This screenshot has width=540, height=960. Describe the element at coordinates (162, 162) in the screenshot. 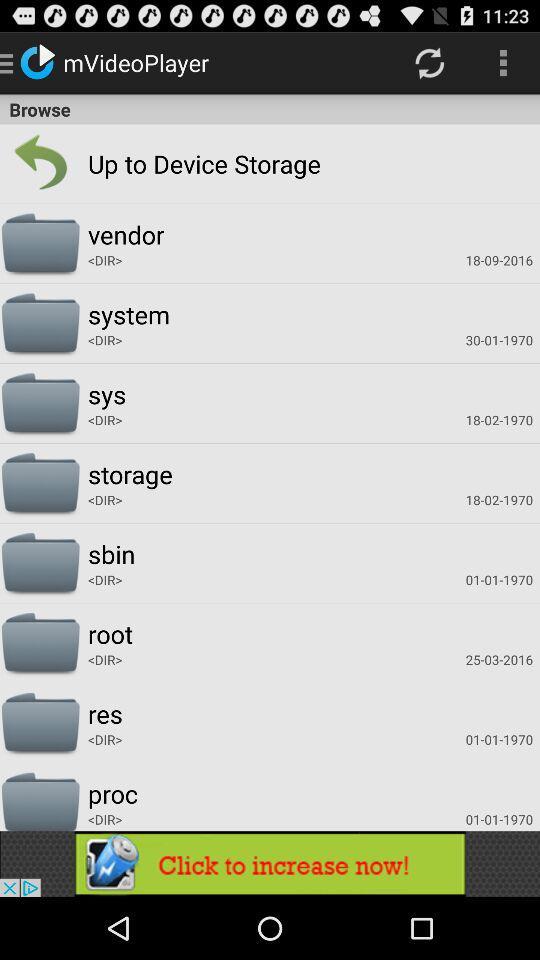

I see `the icon below the browse icon` at that location.